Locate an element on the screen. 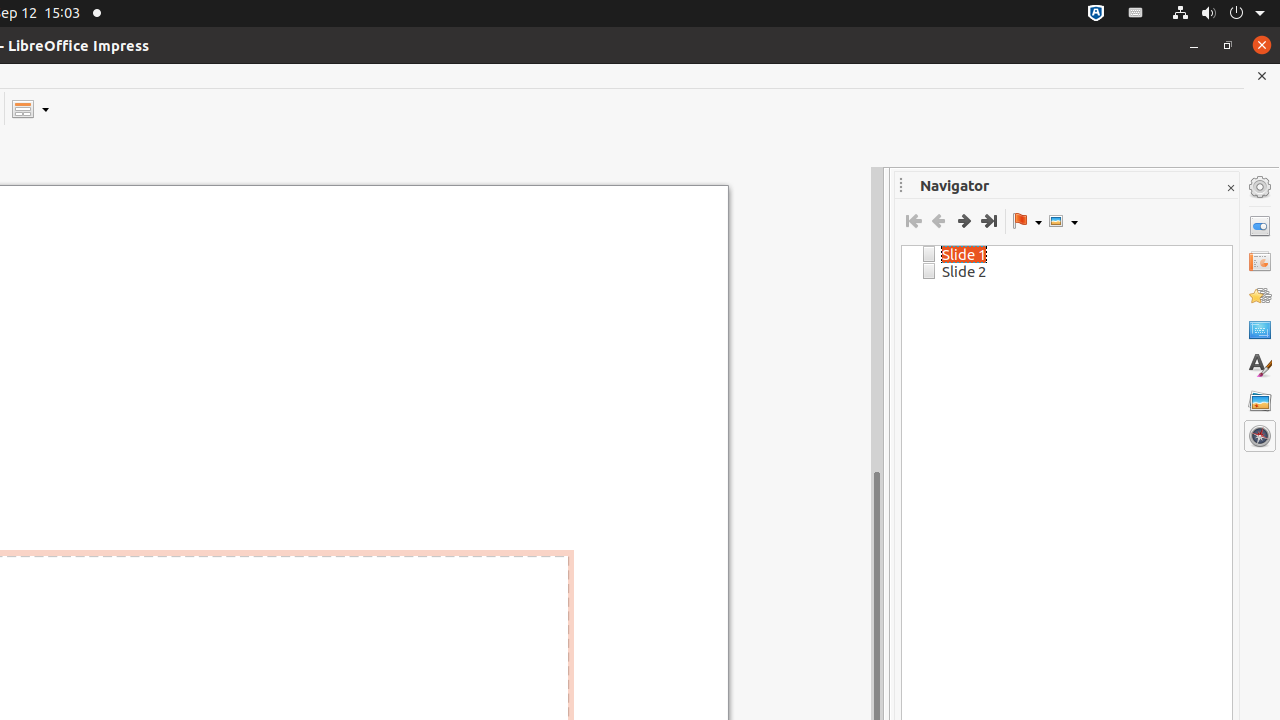 The width and height of the screenshot is (1280, 720). 'Styles' is located at coordinates (1259, 365).